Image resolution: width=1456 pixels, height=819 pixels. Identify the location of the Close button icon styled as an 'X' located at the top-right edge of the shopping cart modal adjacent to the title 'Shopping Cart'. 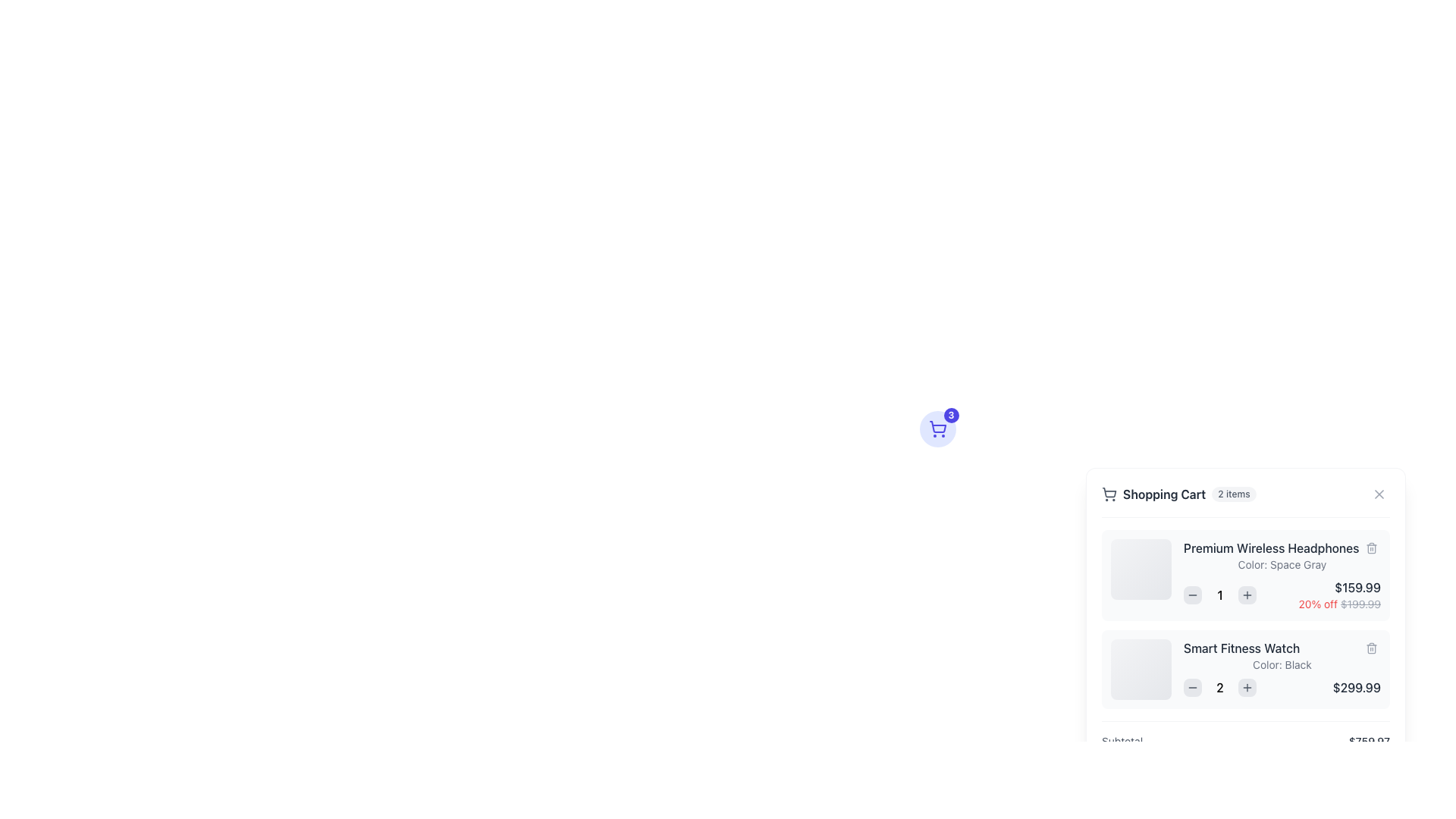
(1379, 494).